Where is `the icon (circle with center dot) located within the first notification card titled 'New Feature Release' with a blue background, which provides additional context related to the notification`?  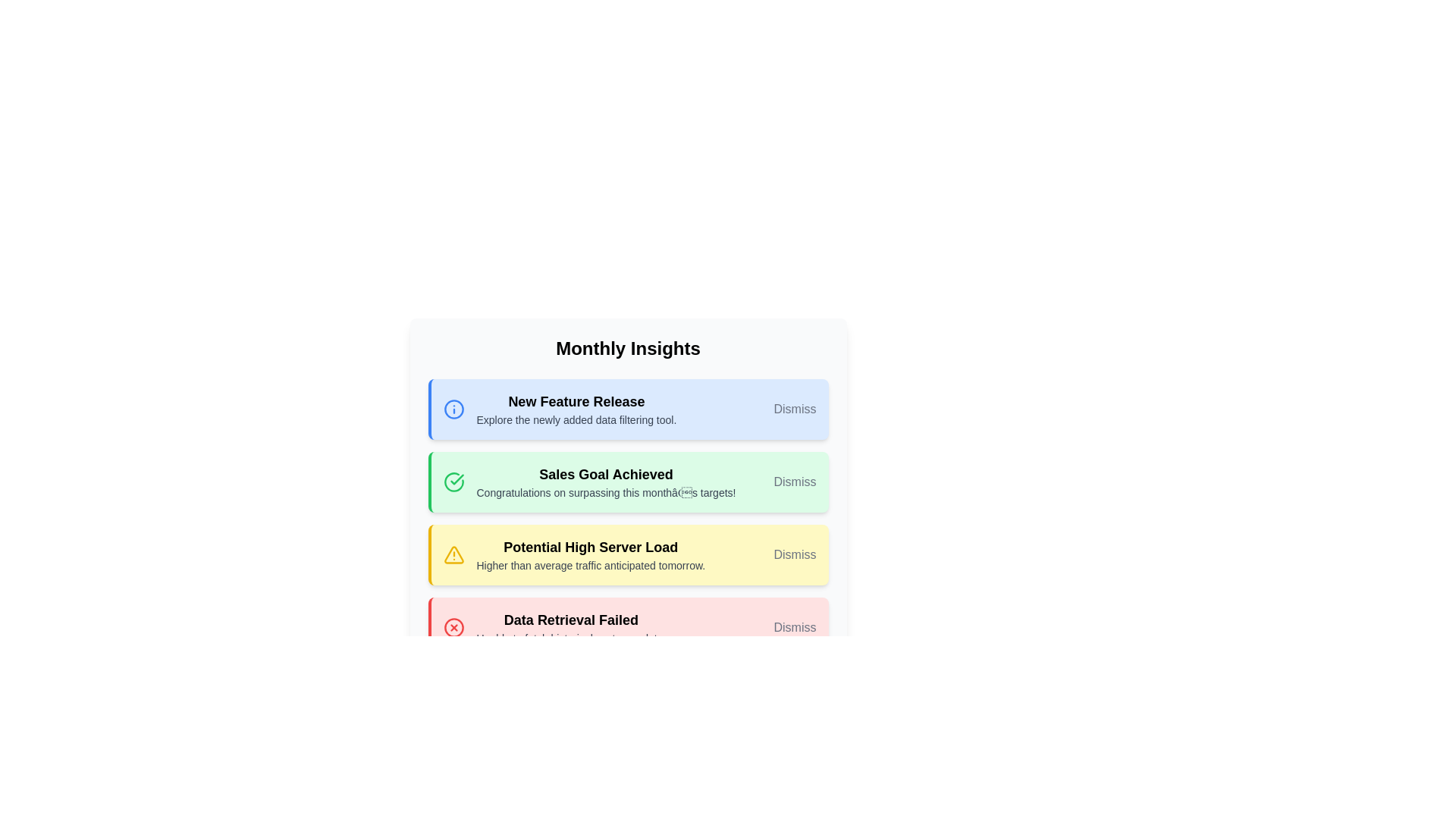 the icon (circle with center dot) located within the first notification card titled 'New Feature Release' with a blue background, which provides additional context related to the notification is located at coordinates (453, 409).